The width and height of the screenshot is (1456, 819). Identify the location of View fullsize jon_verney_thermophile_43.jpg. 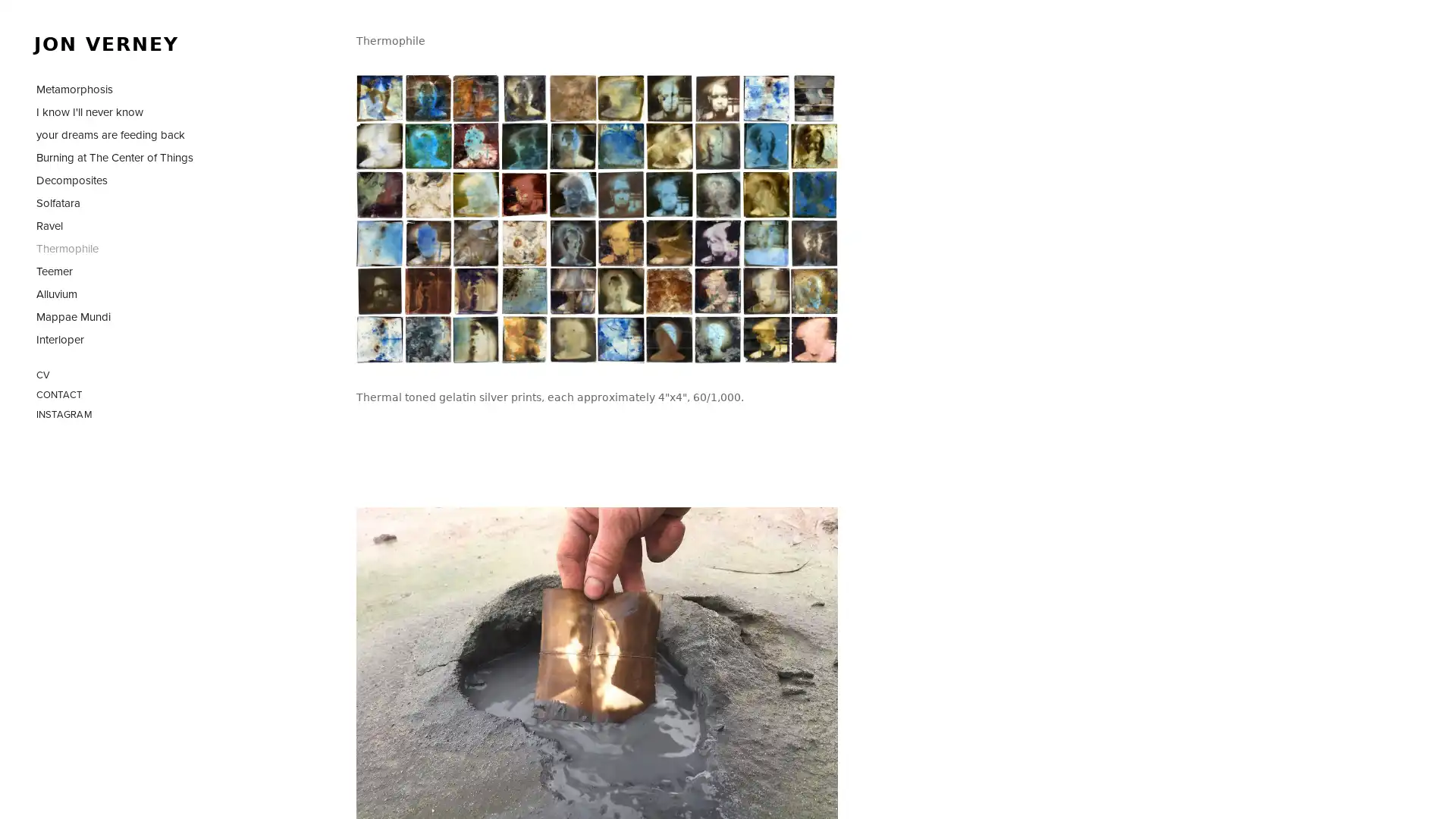
(524, 193).